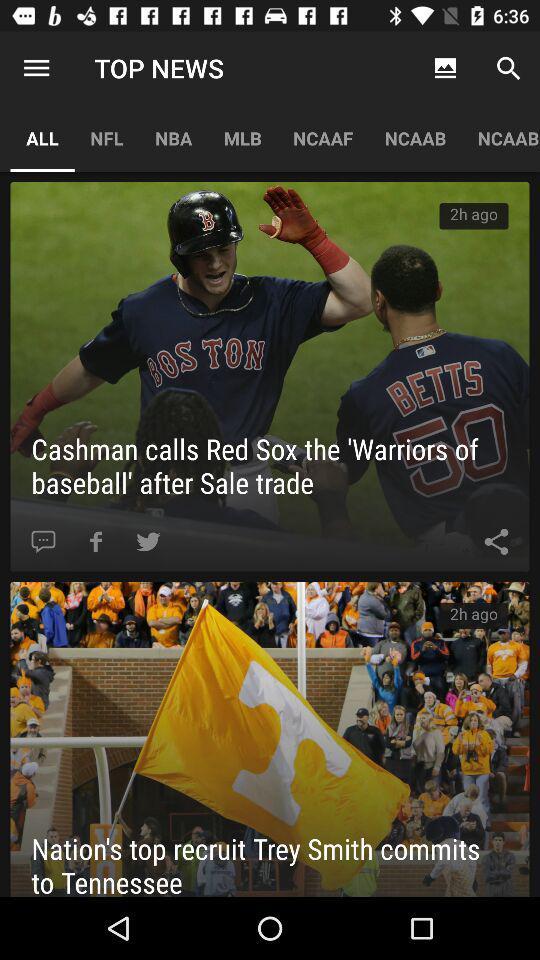 The image size is (540, 960). I want to click on the icon below the cashman calls red, so click(495, 541).